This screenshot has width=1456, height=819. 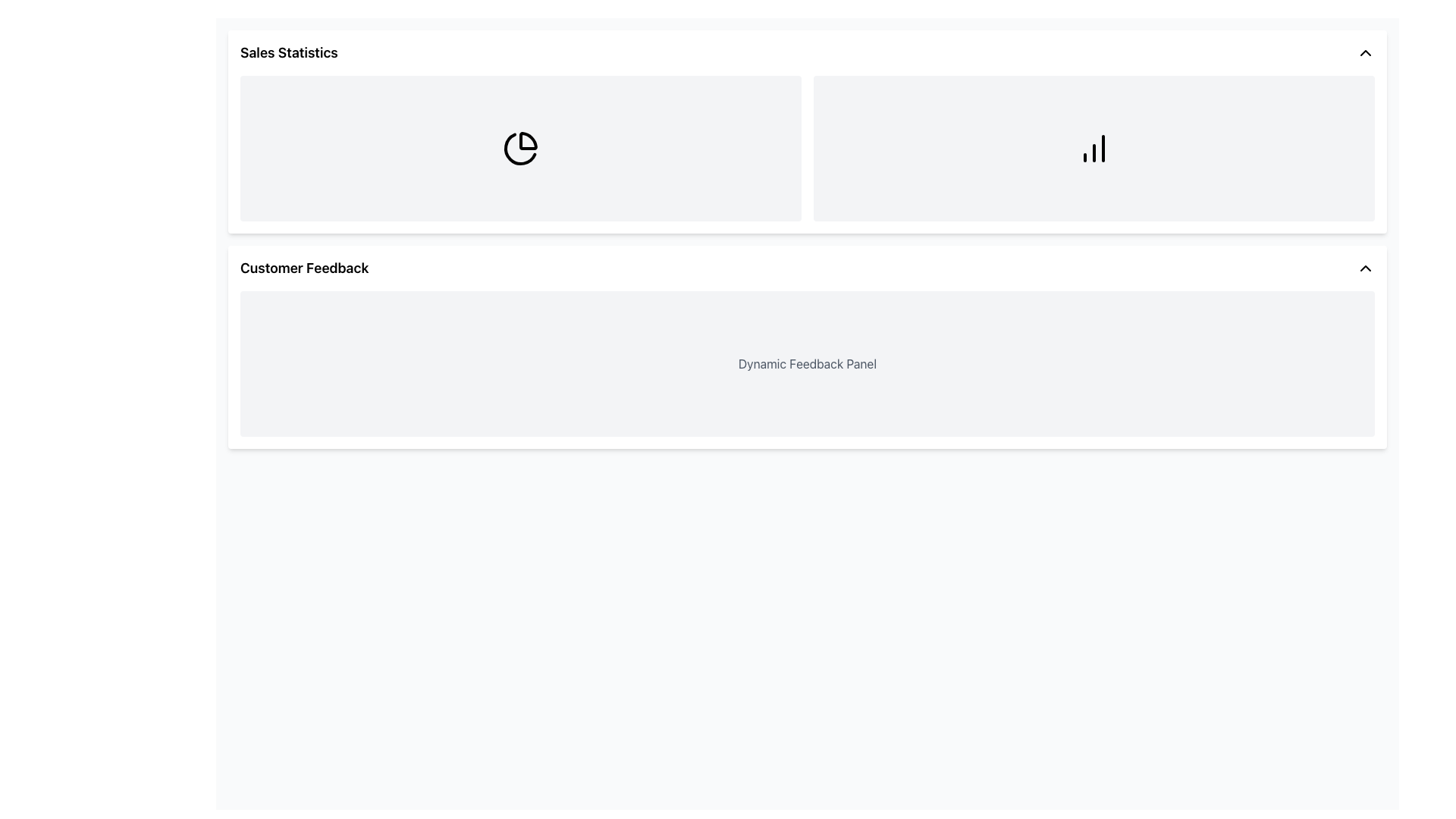 What do you see at coordinates (1365, 268) in the screenshot?
I see `the upward-pointing chevron icon on the right end of the 'Customer Feedback' header` at bounding box center [1365, 268].